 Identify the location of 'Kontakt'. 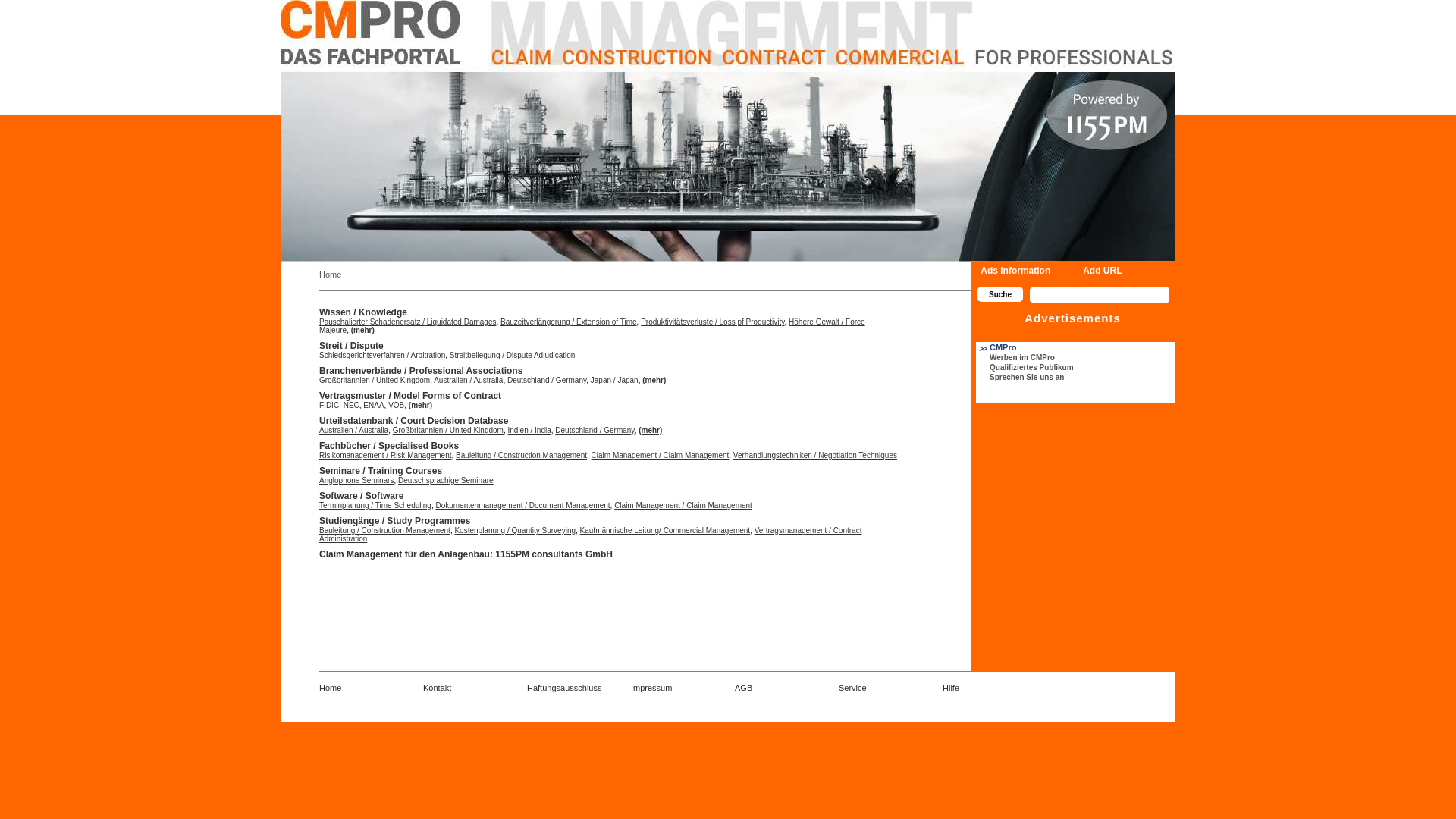
(422, 687).